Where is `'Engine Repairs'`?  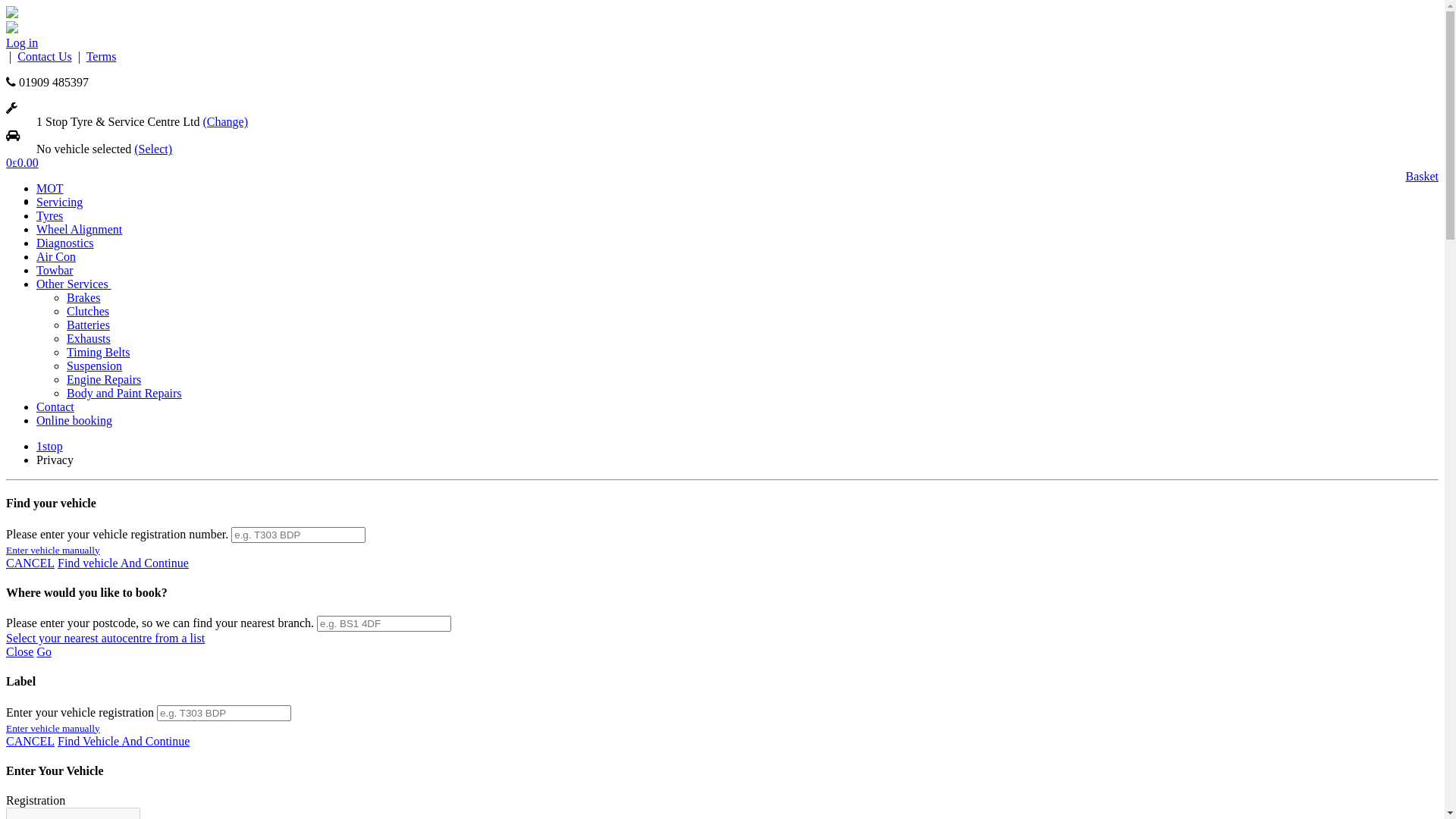
'Engine Repairs' is located at coordinates (103, 378).